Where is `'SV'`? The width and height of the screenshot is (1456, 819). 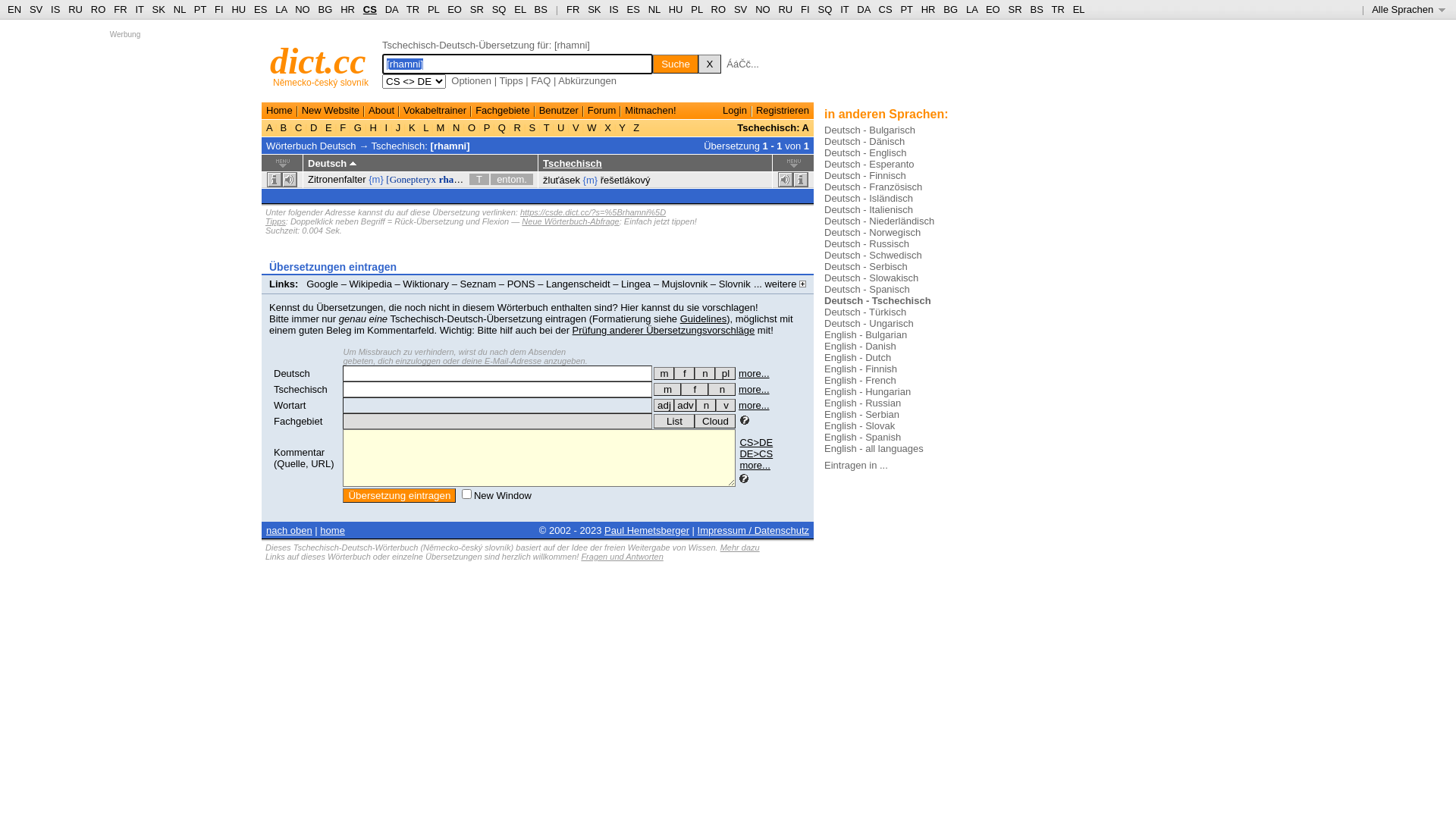
'SV' is located at coordinates (36, 9).